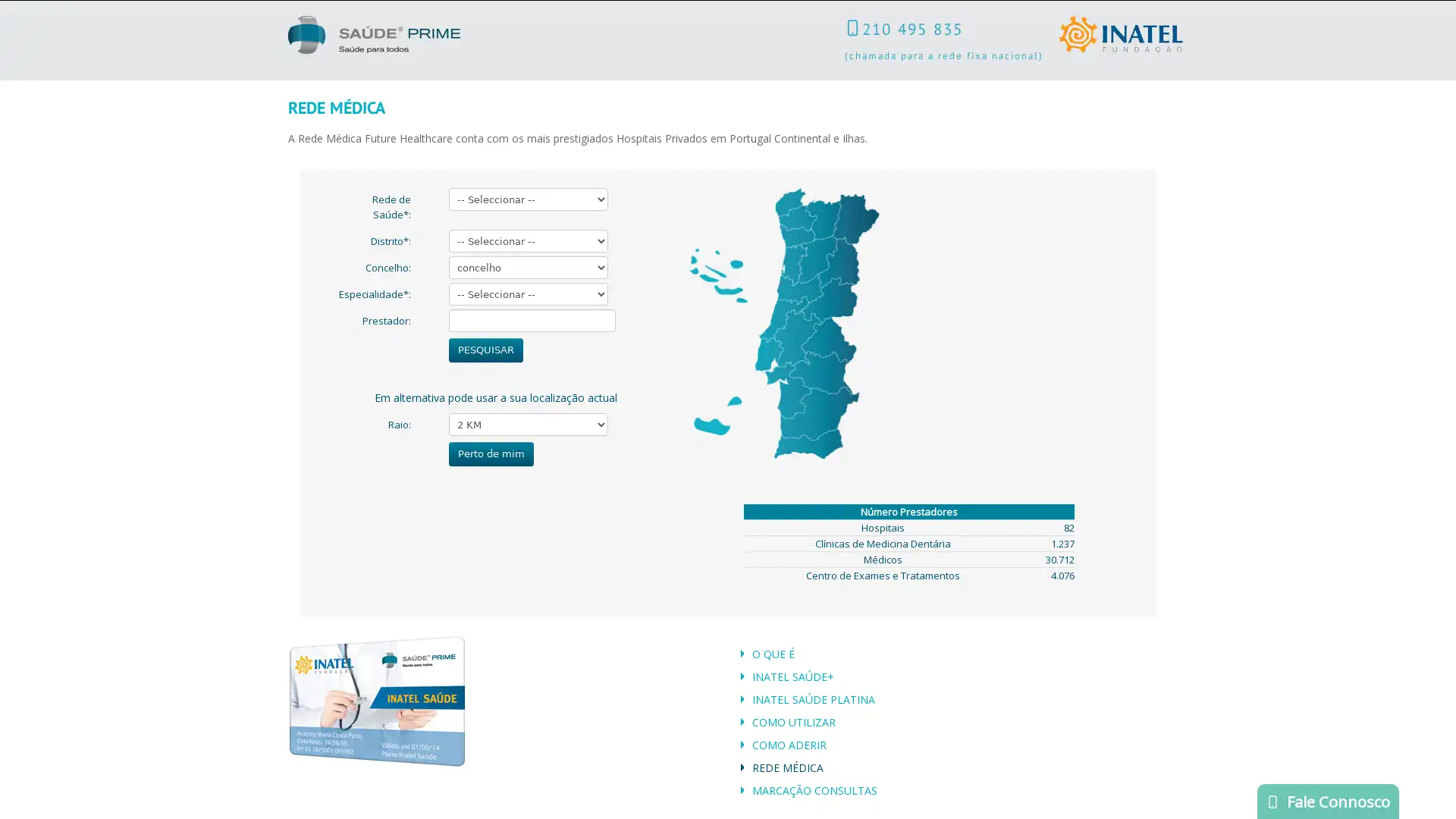  I want to click on Perto de mim, so click(491, 453).